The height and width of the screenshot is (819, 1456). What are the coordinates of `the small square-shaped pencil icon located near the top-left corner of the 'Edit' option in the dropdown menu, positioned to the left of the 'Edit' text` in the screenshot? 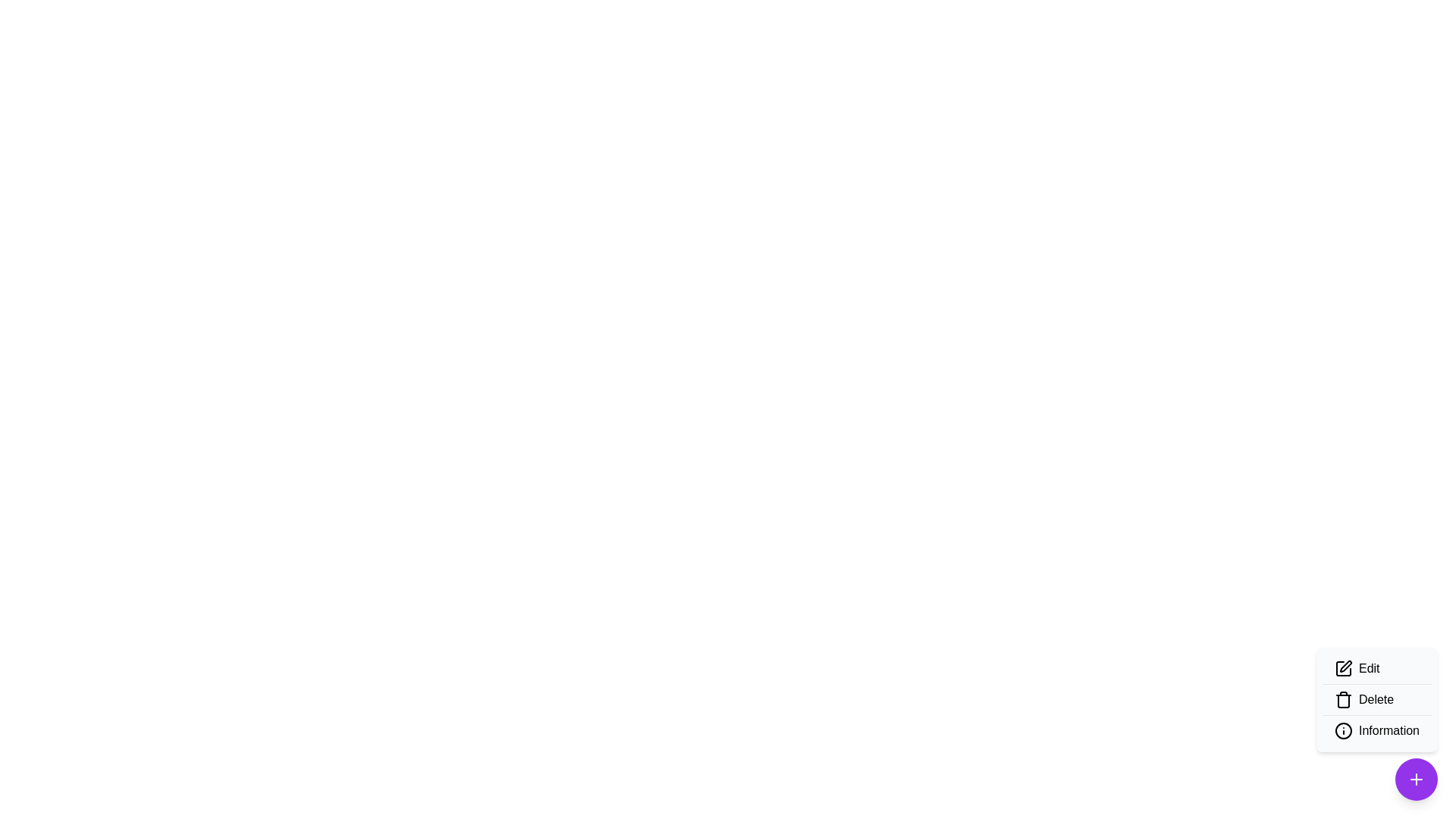 It's located at (1343, 668).